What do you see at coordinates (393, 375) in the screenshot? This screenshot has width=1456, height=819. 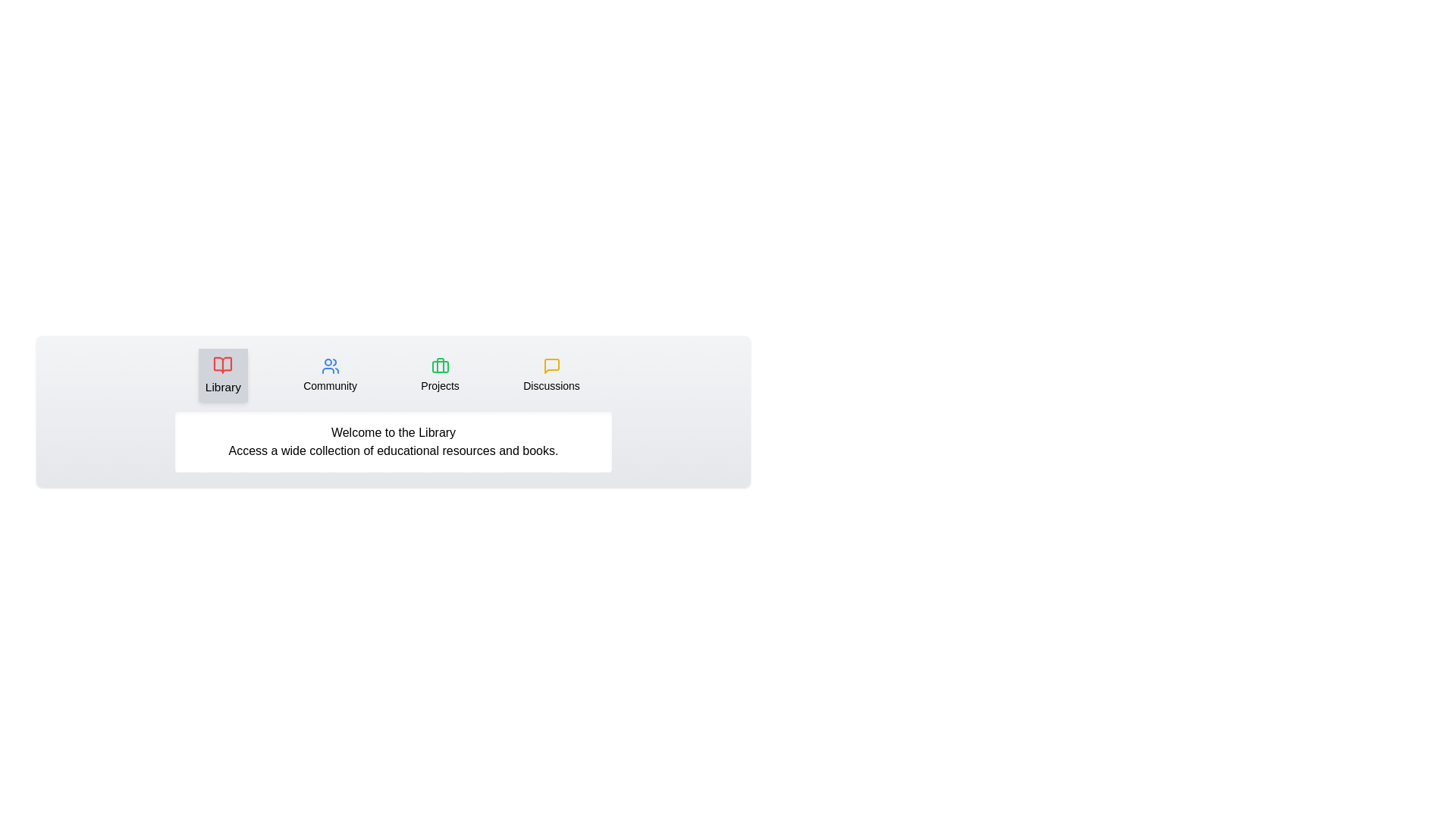 I see `the Navigation bar containing labeled buttons for 'Library', 'Community', 'Projects', and 'Discussions'` at bounding box center [393, 375].